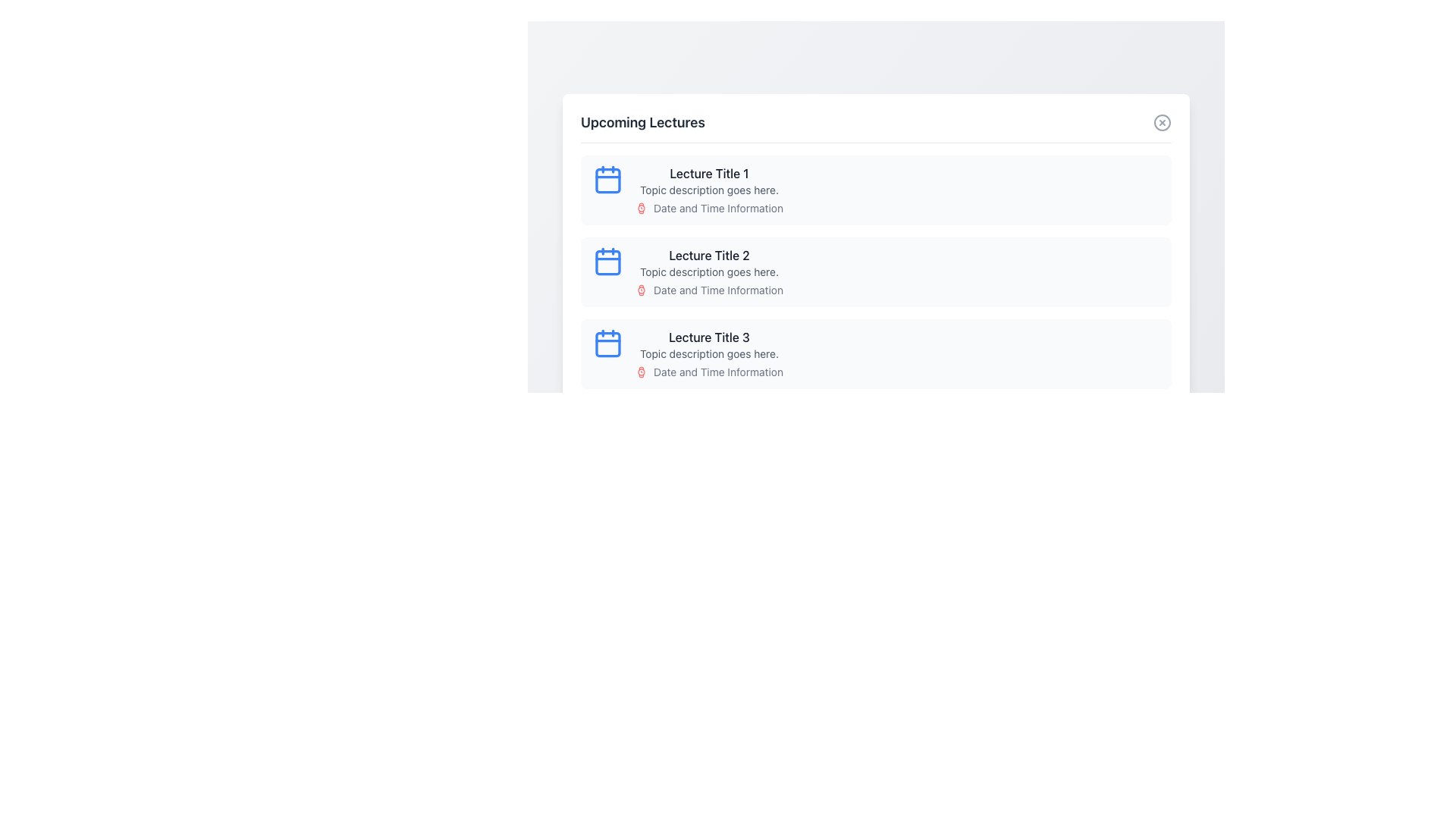  Describe the element at coordinates (607, 262) in the screenshot. I see `the central square area of the calendar icon associated with the second lecture in the list, which serves as a decorative component within the SVG element` at that location.